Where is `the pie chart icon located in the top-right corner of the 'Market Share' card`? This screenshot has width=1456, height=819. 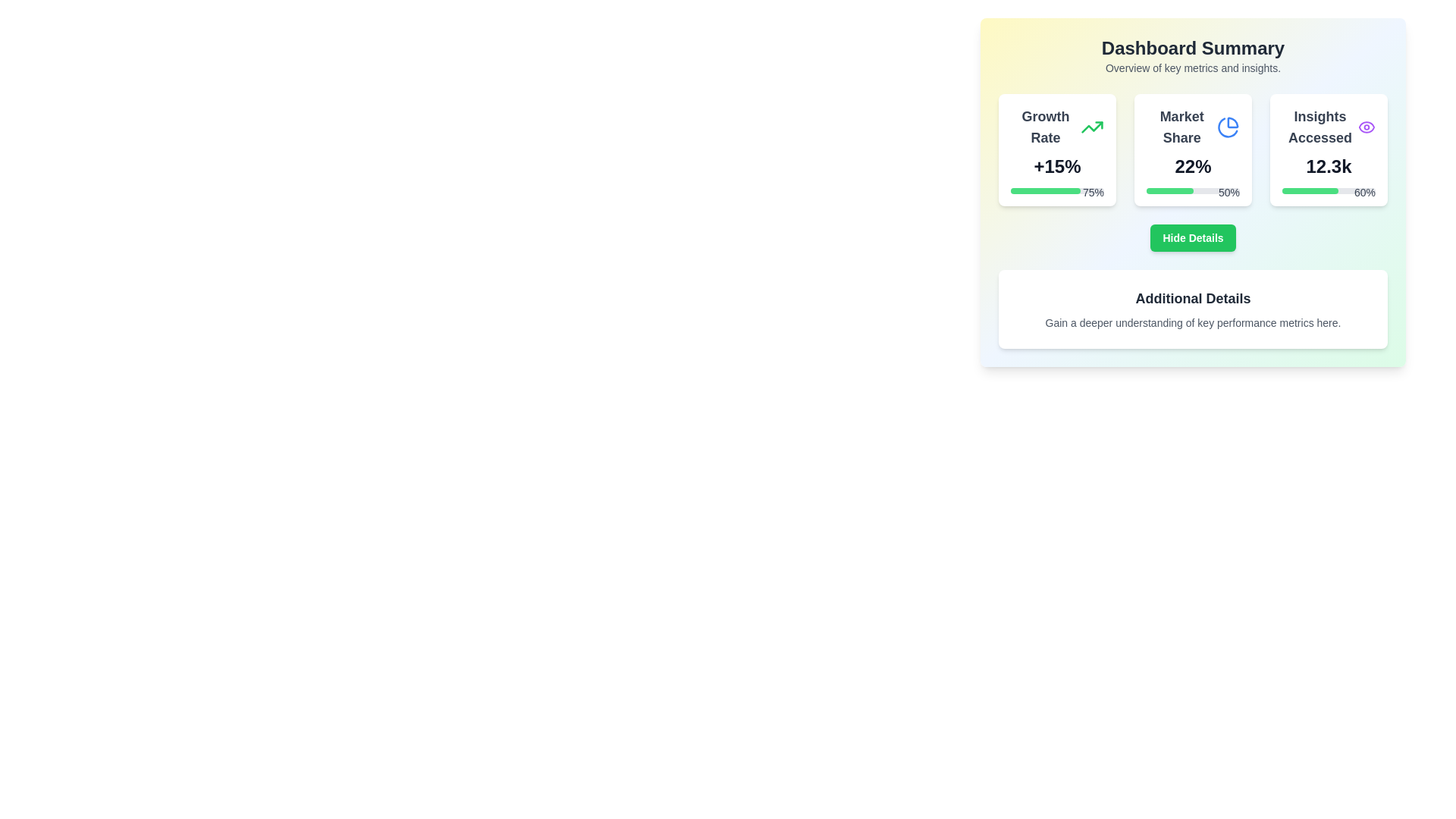
the pie chart icon located in the top-right corner of the 'Market Share' card is located at coordinates (1228, 127).